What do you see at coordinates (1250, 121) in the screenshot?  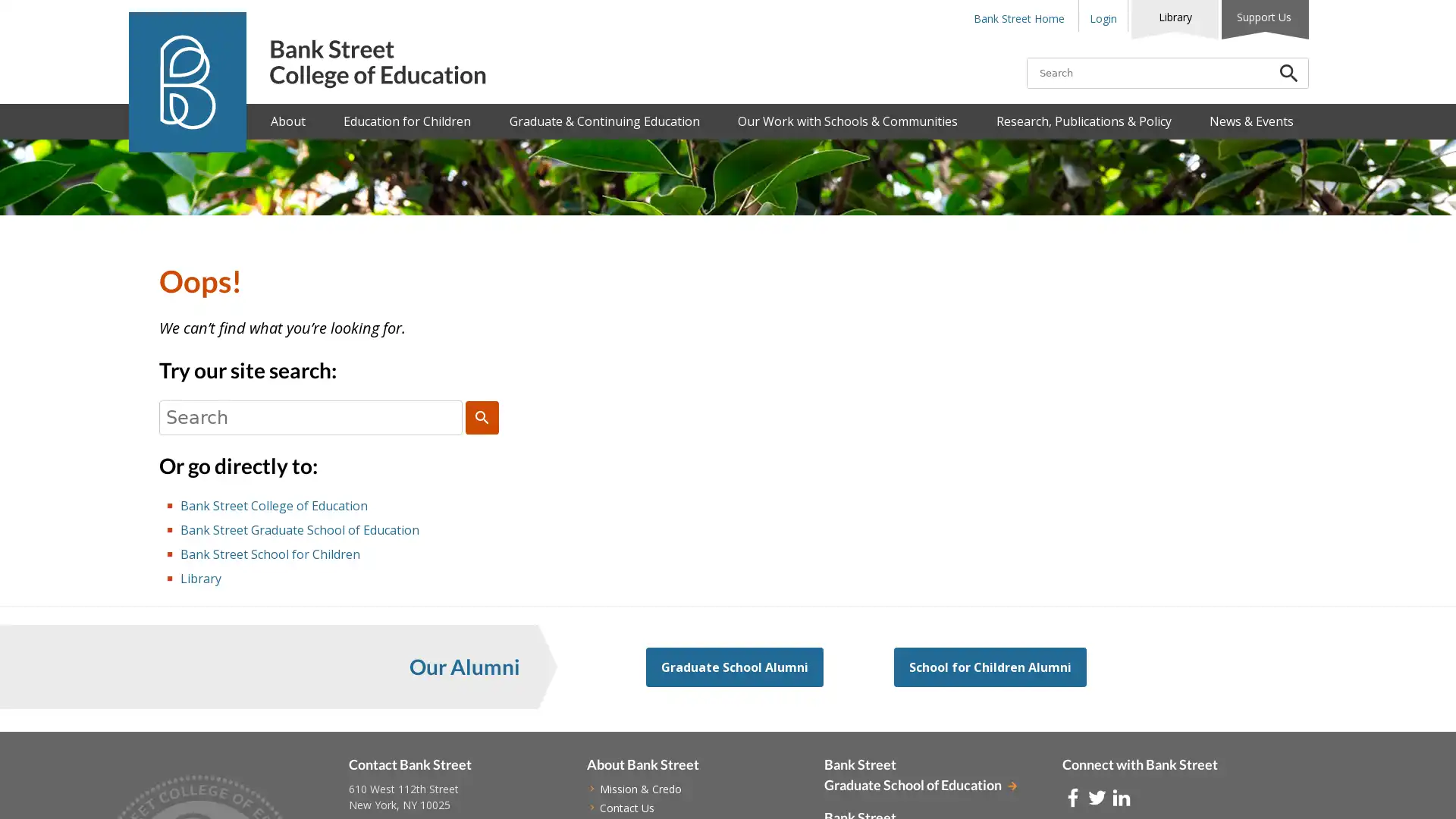 I see `News & Events` at bounding box center [1250, 121].